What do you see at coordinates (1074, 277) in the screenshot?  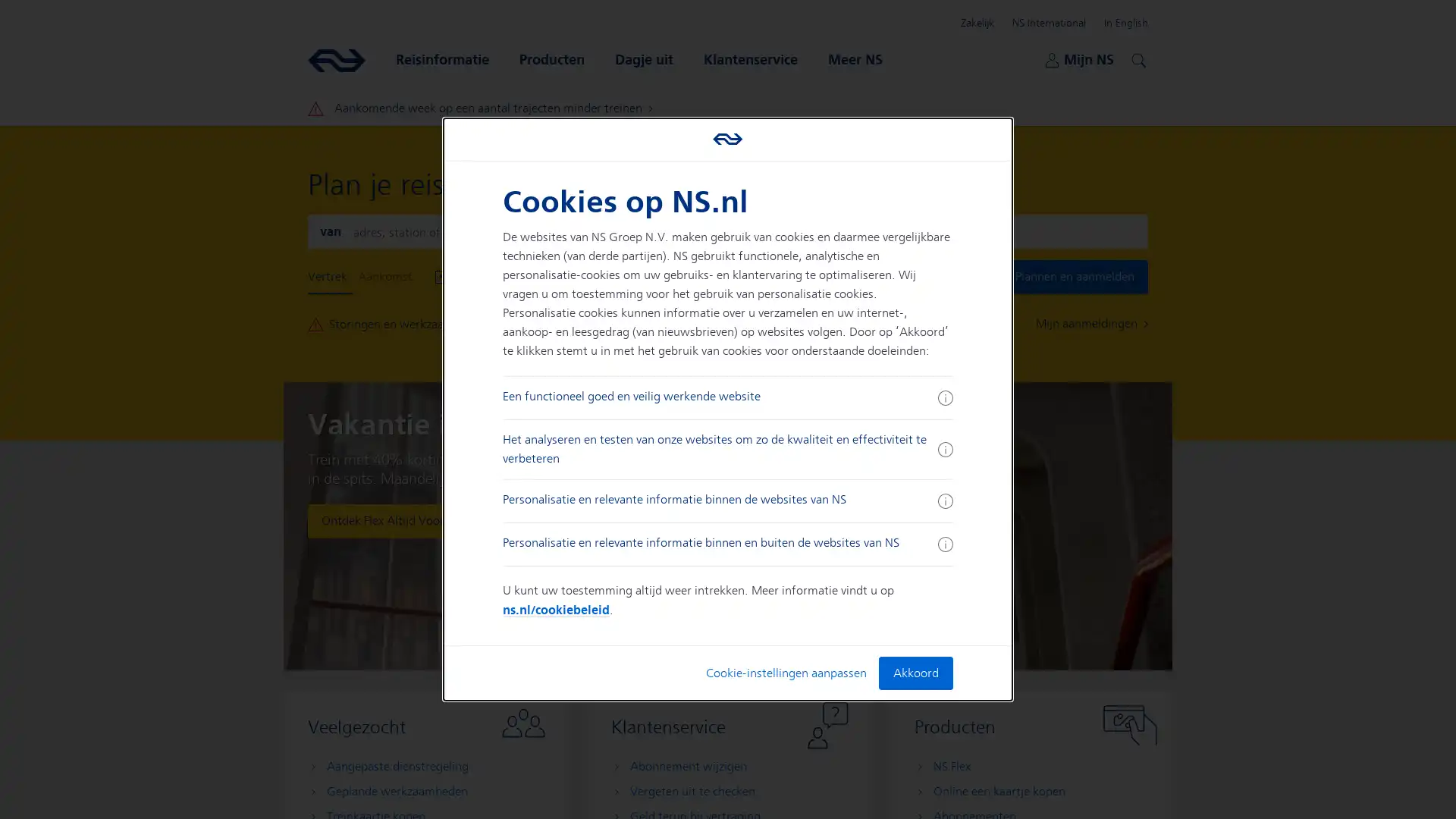 I see `Plannen en aanmelden` at bounding box center [1074, 277].